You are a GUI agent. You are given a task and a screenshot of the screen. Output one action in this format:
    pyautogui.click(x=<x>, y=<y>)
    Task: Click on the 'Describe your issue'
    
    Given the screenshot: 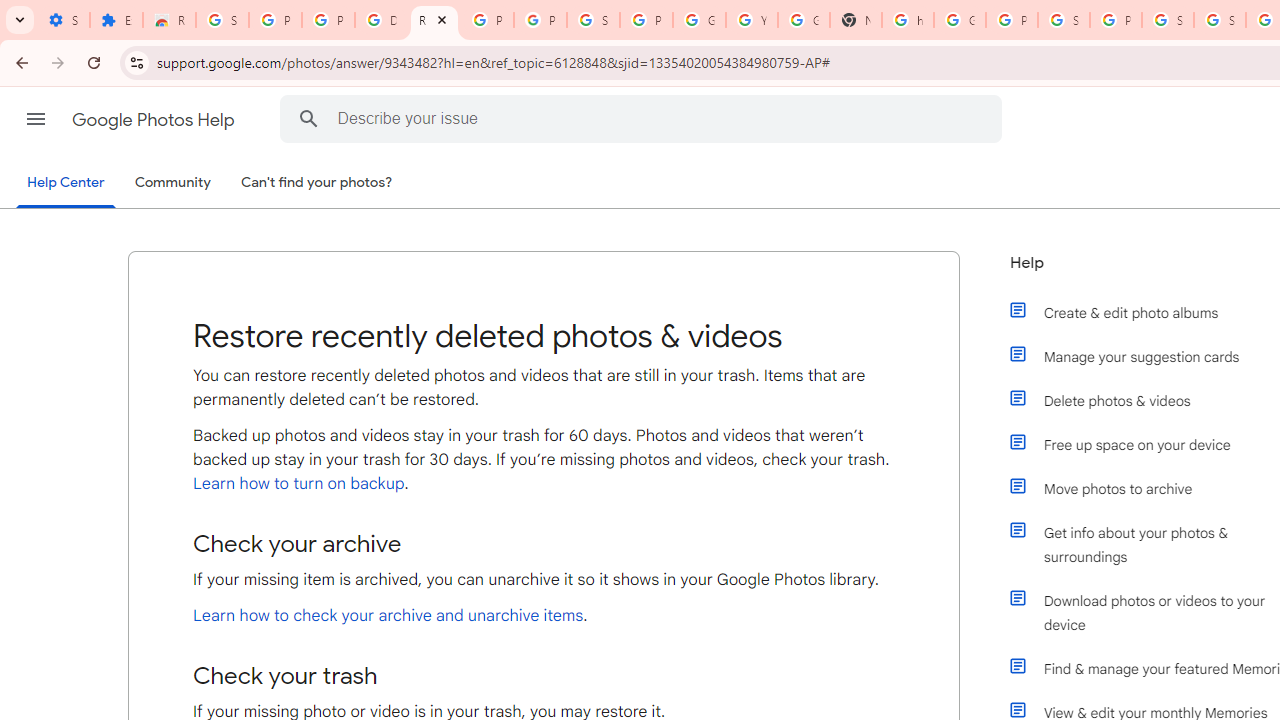 What is the action you would take?
    pyautogui.click(x=645, y=118)
    